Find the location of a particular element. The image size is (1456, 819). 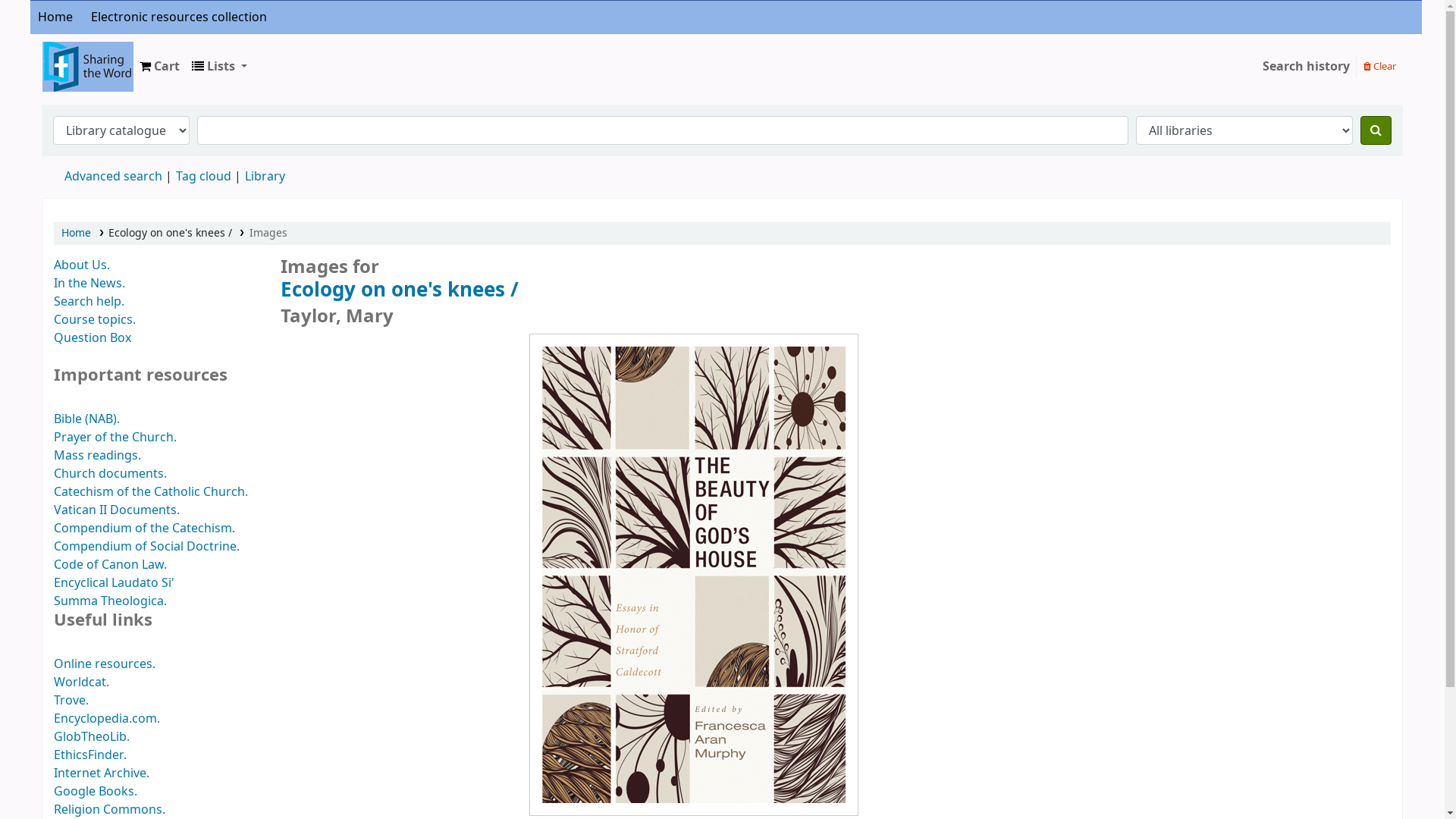

'Home' is located at coordinates (55, 17).